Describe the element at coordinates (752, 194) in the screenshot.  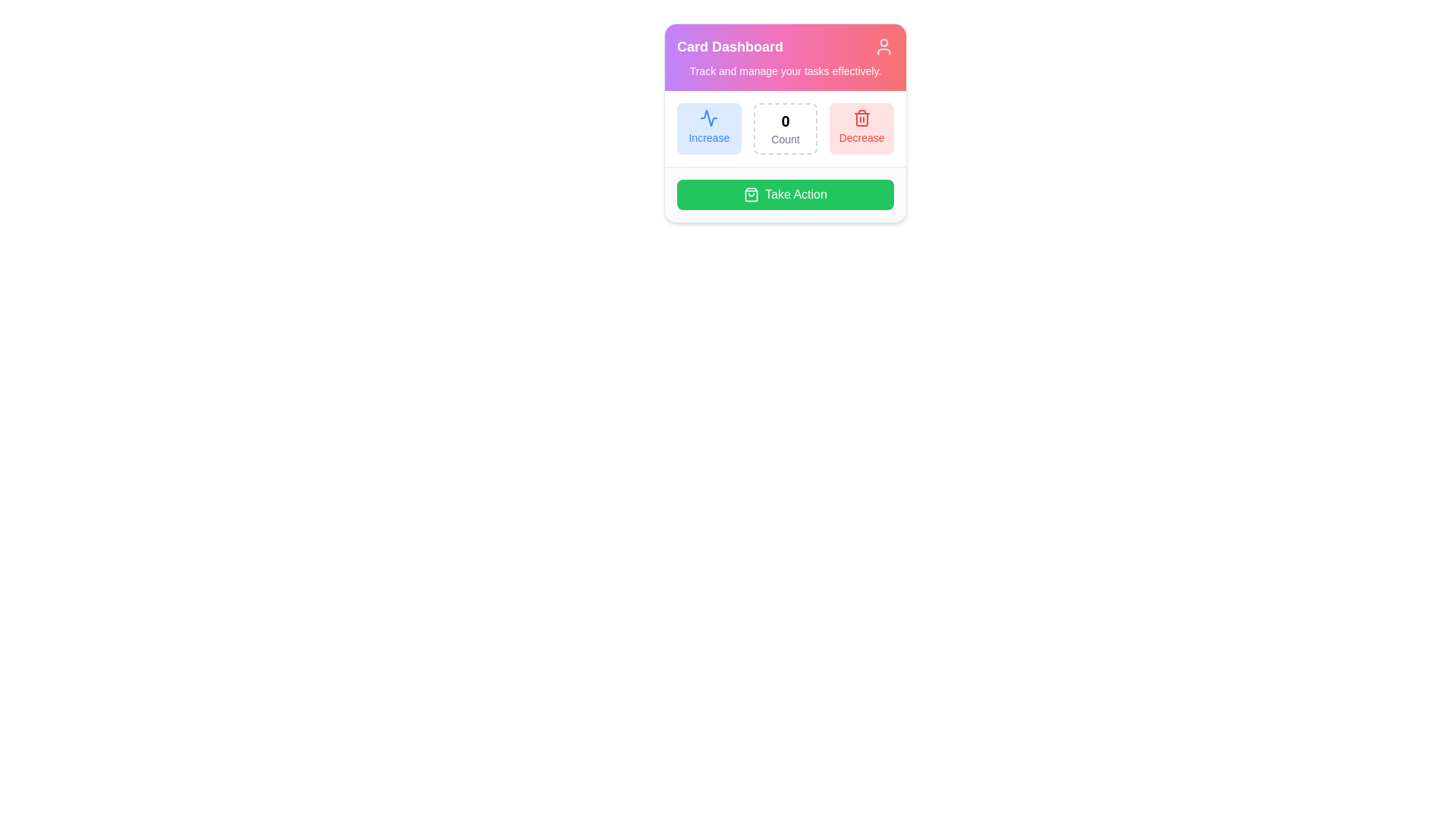
I see `the shopping icon located towards the left inside the green 'Take Action' button` at that location.